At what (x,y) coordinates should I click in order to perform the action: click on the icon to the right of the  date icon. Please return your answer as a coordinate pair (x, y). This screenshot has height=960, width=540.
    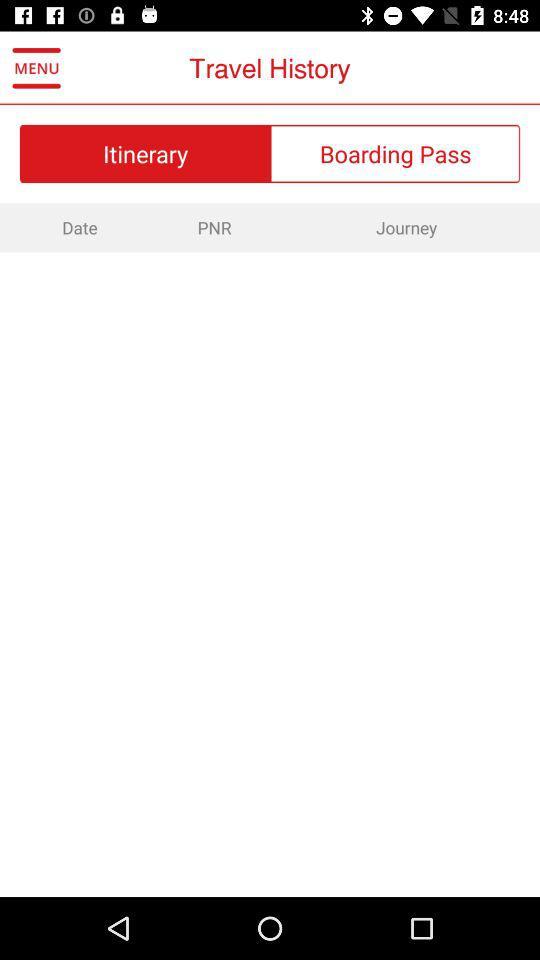
    Looking at the image, I should click on (213, 227).